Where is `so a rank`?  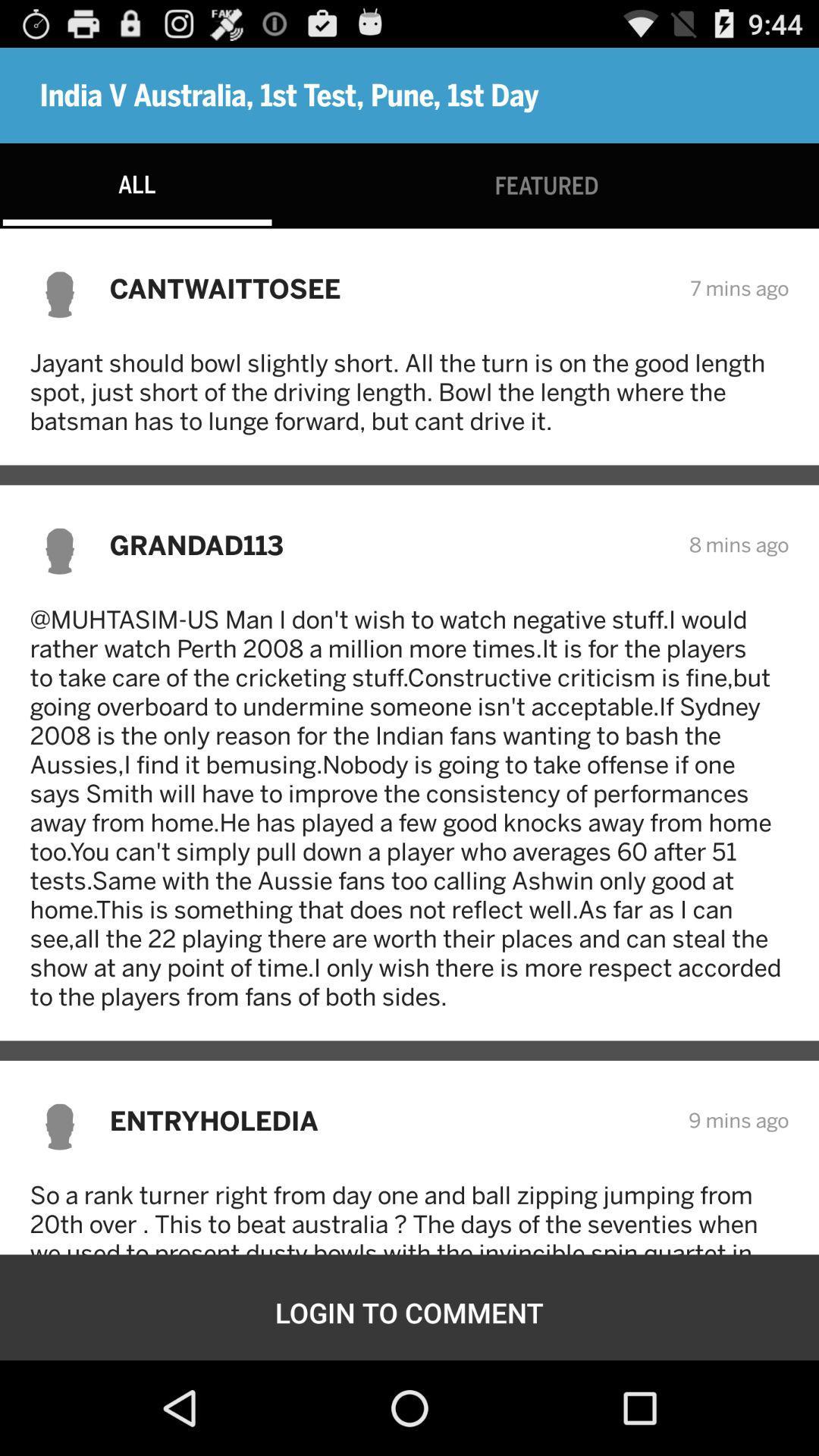
so a rank is located at coordinates (409, 1217).